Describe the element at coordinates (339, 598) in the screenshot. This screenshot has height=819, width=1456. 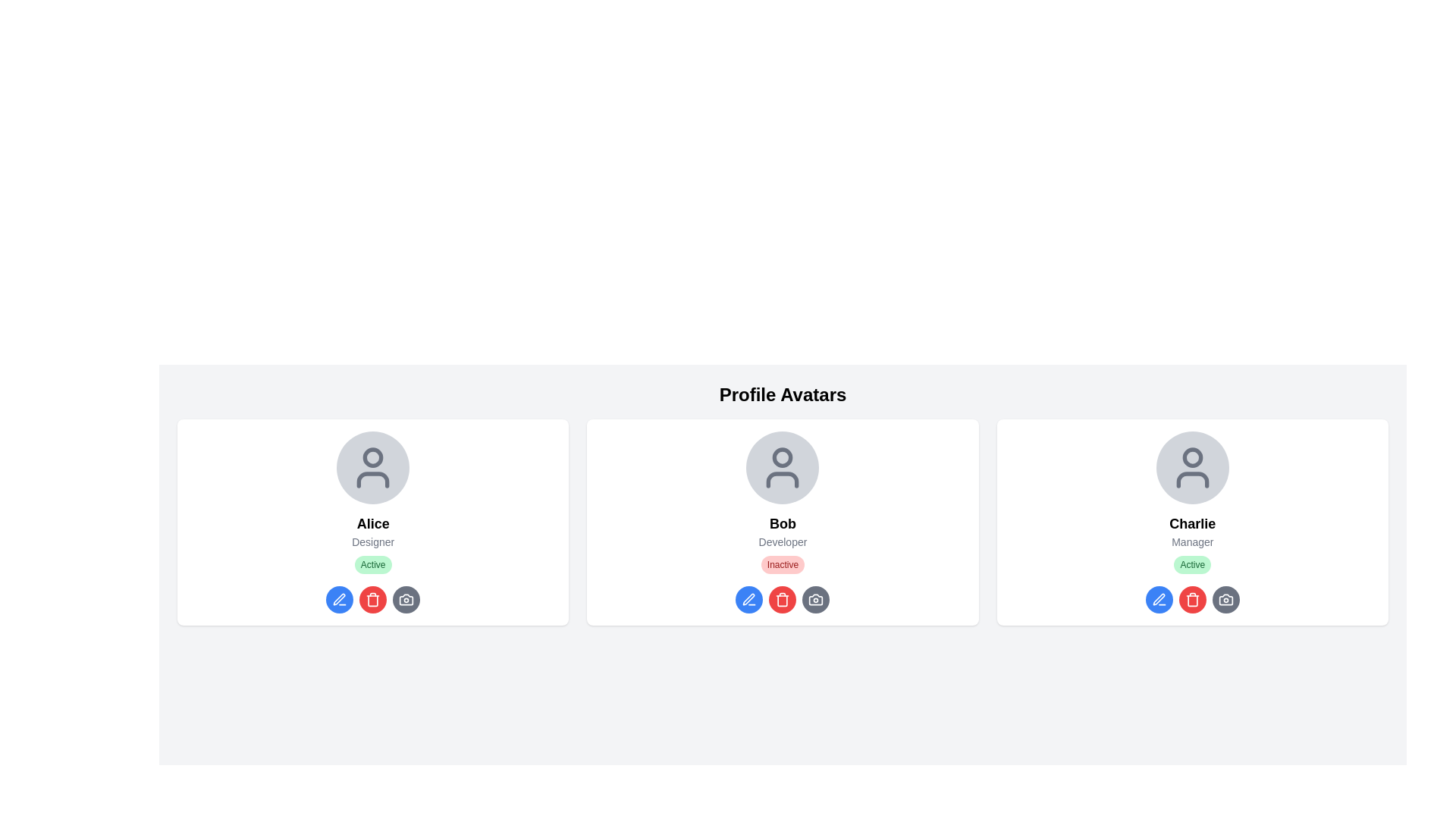
I see `the edit button located at the bottom of Alice's profile card, which is the leftmost of three horizontal buttons beneath the 'Active' badge, to initiate its action` at that location.